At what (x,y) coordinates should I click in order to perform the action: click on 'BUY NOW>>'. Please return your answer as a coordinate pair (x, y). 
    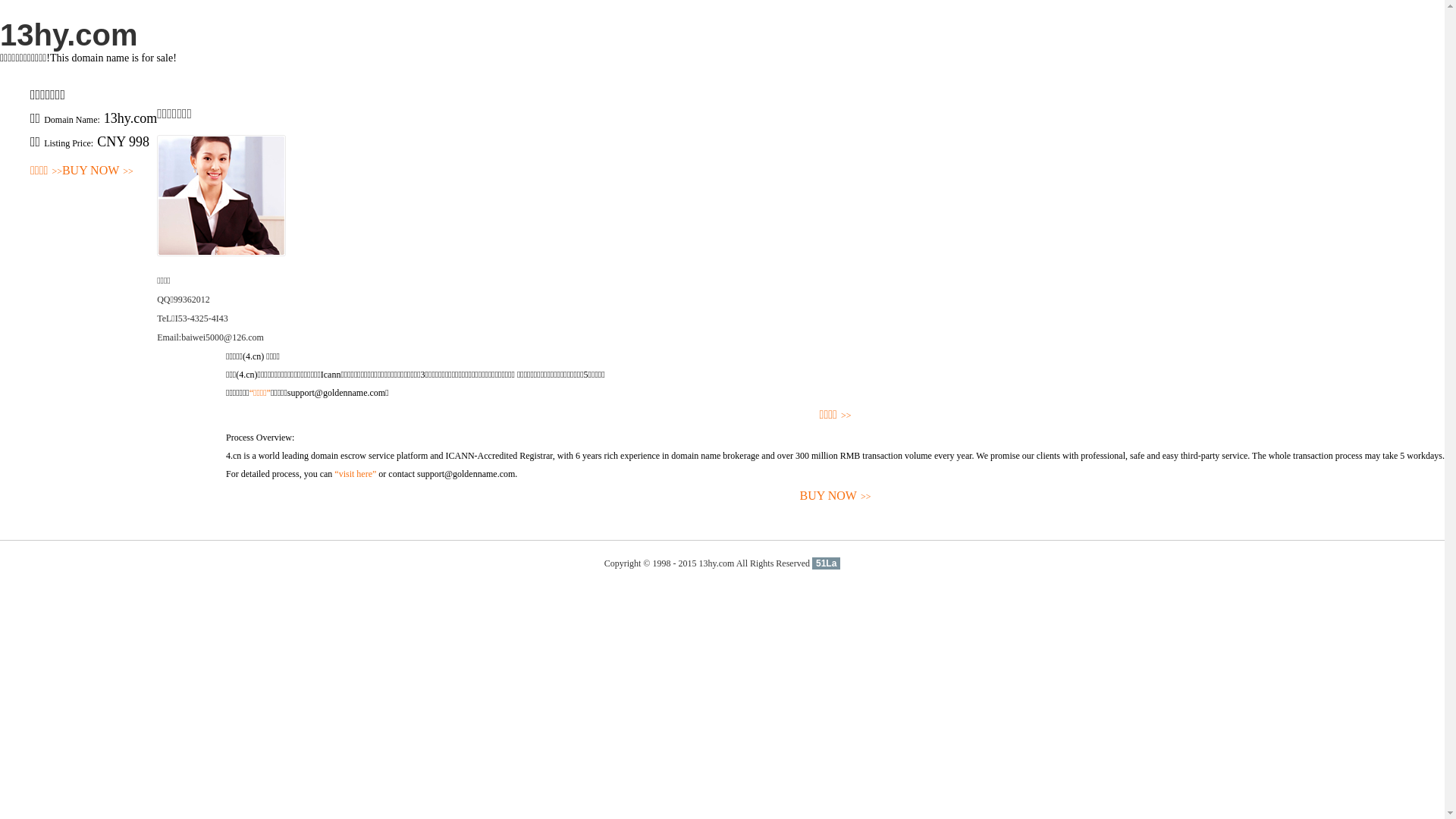
    Looking at the image, I should click on (97, 171).